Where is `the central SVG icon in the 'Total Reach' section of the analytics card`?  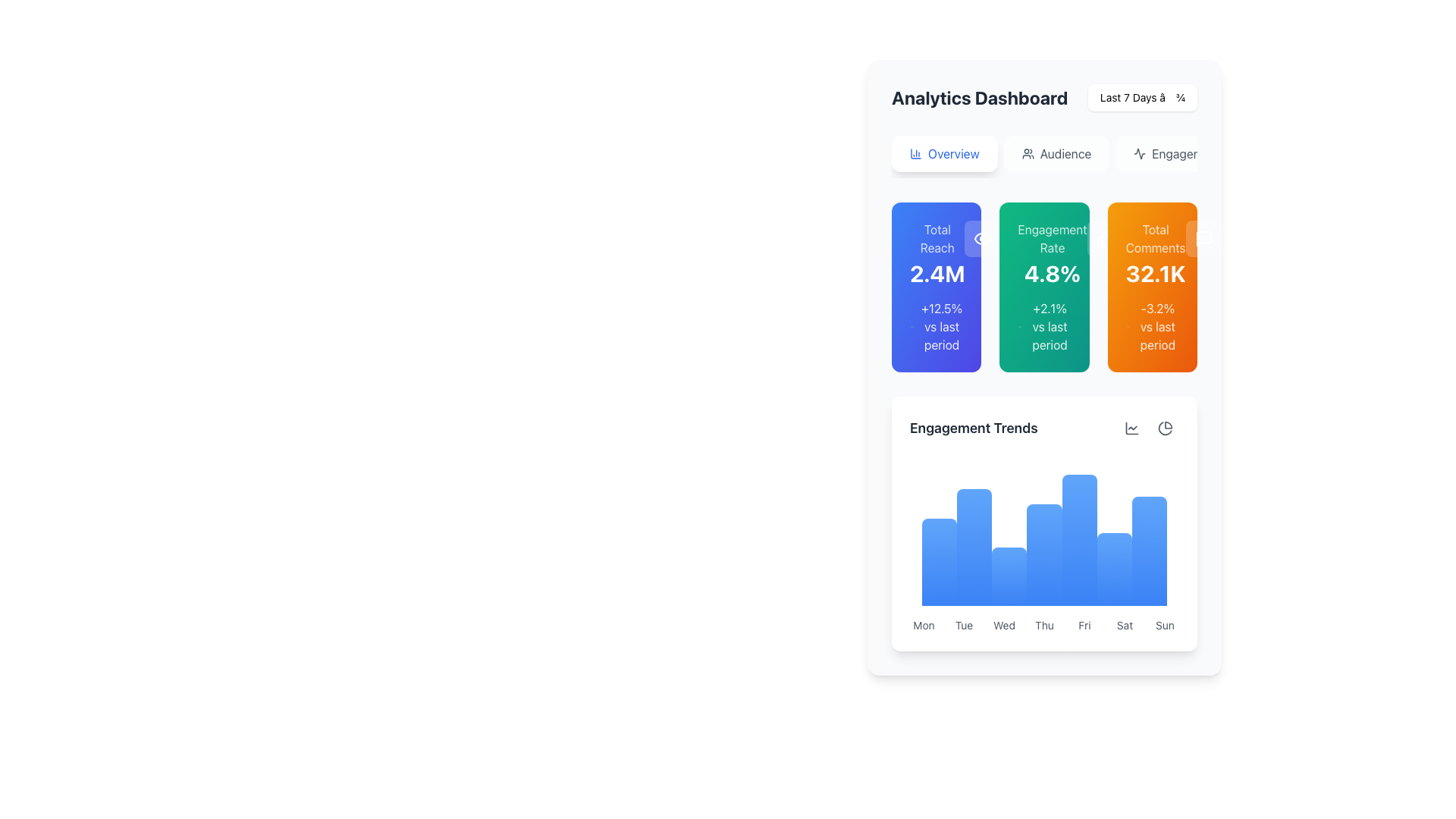 the central SVG icon in the 'Total Reach' section of the analytics card is located at coordinates (983, 239).